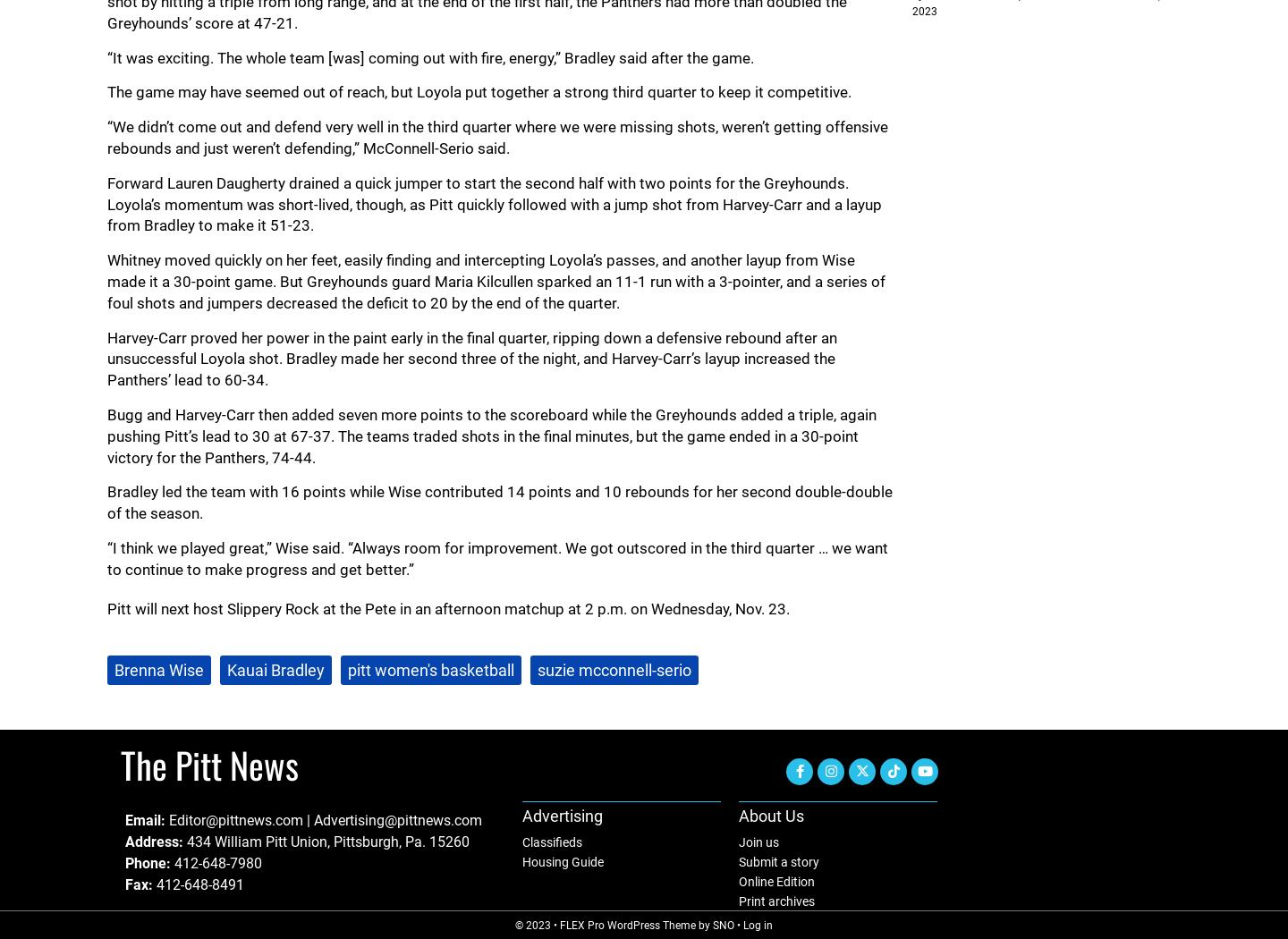 This screenshot has width=1288, height=939. Describe the element at coordinates (497, 558) in the screenshot. I see `'“I think we played great,” Wise said. “Always room for improvement. We got outscored in the third quarter … we want to continue to make progress and get better.”'` at that location.